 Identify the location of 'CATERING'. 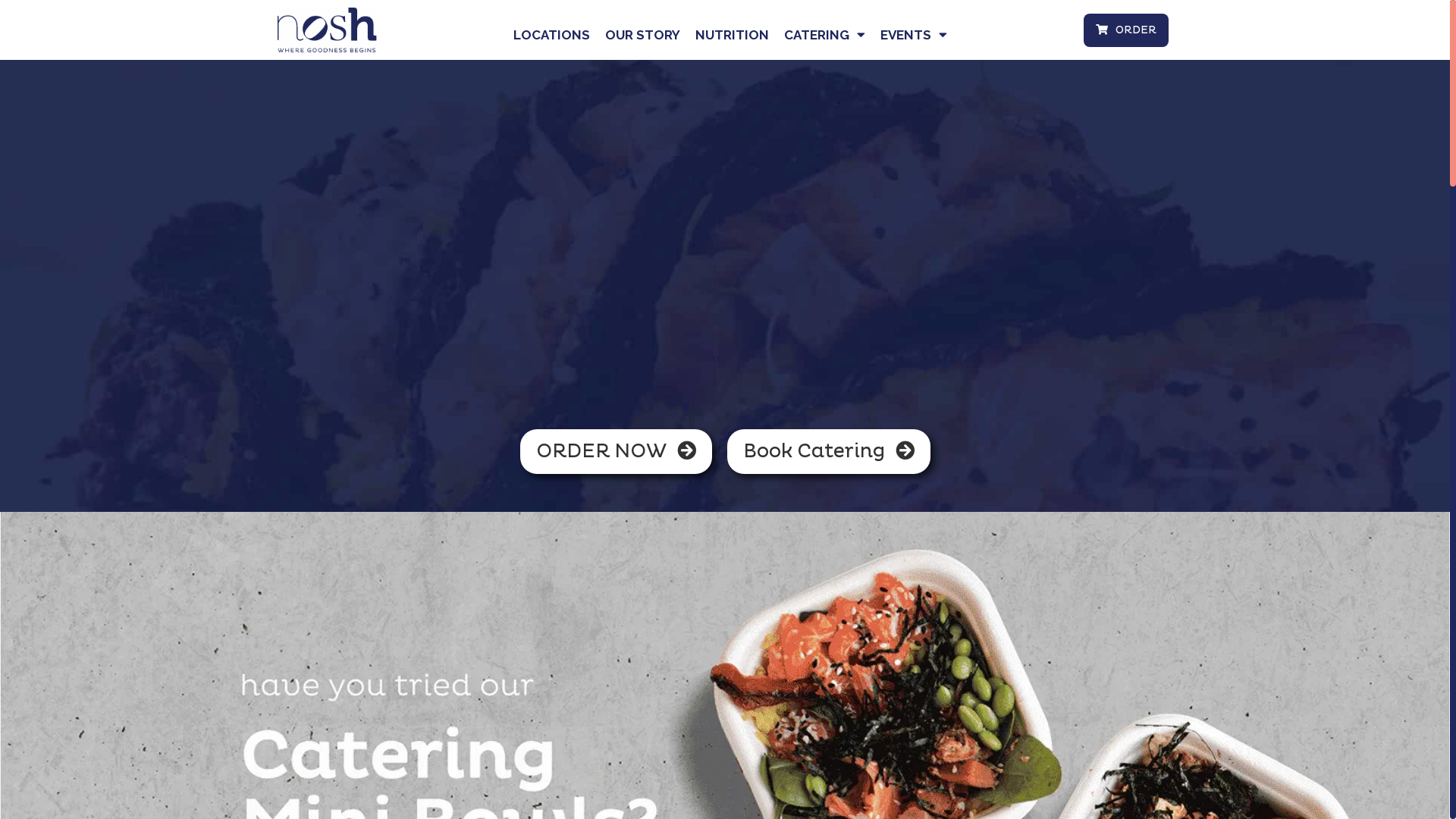
(824, 34).